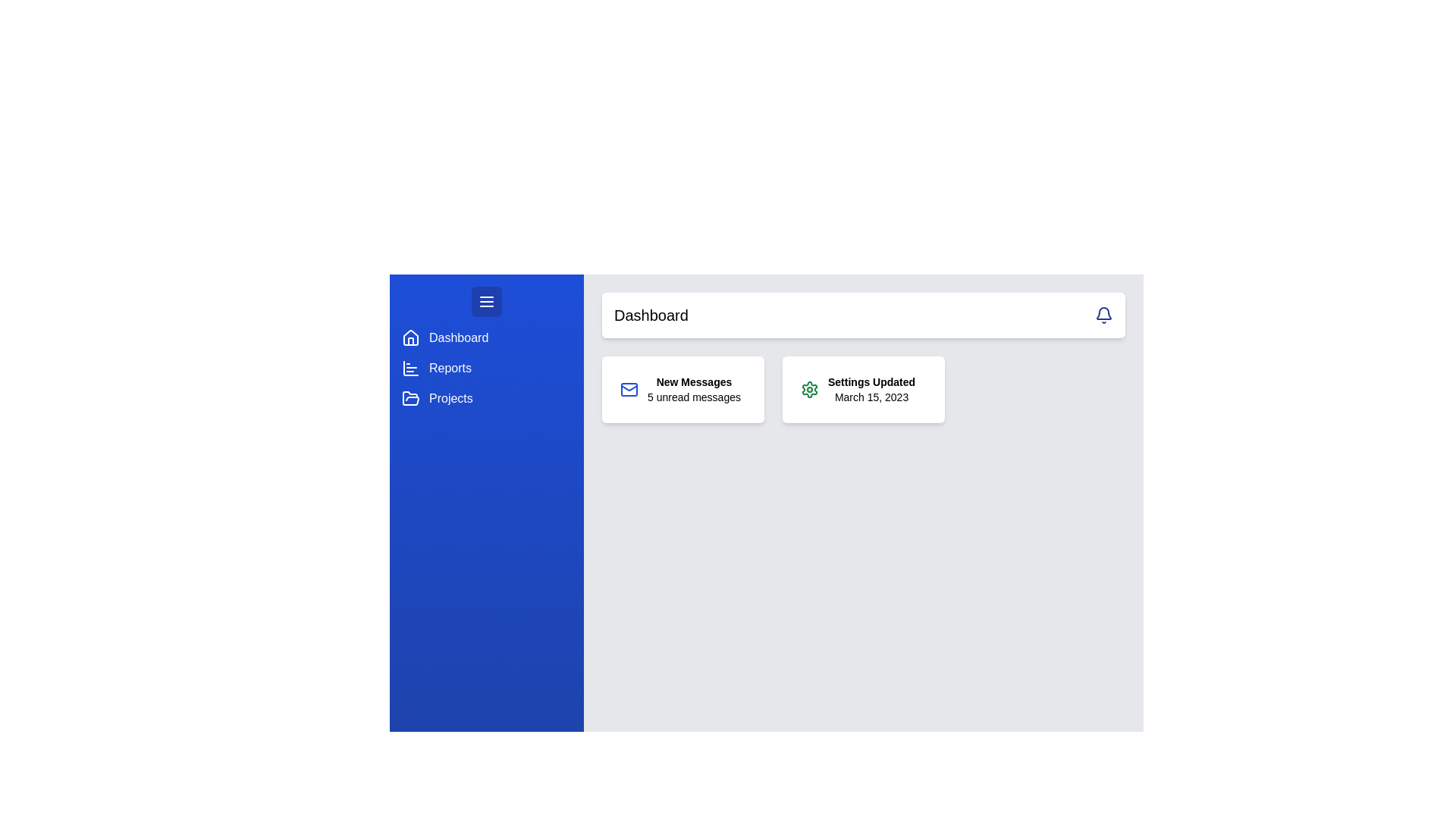 This screenshot has height=819, width=1456. What do you see at coordinates (487, 369) in the screenshot?
I see `the second item in the vertical navigation menu, which links to the 'Reports' page, to trigger a tooltip or highlight` at bounding box center [487, 369].